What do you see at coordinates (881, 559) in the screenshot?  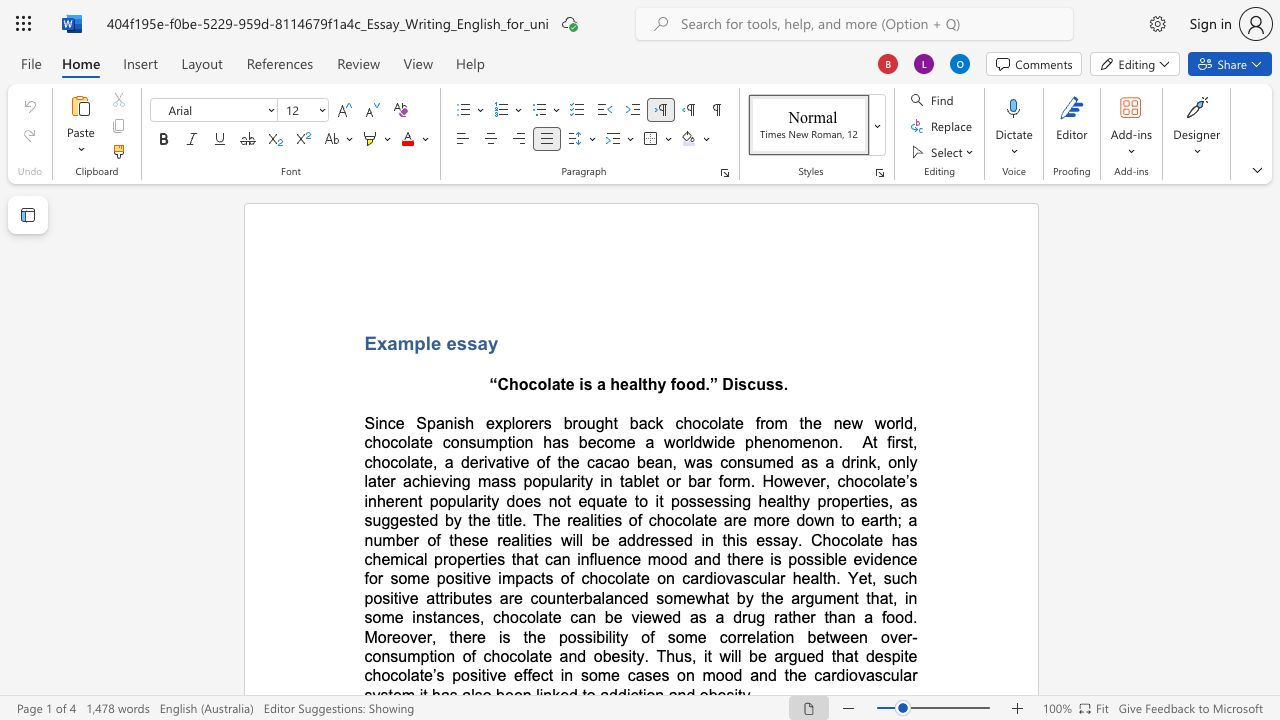 I see `the space between the continuous character "d" and "e" in the text` at bounding box center [881, 559].